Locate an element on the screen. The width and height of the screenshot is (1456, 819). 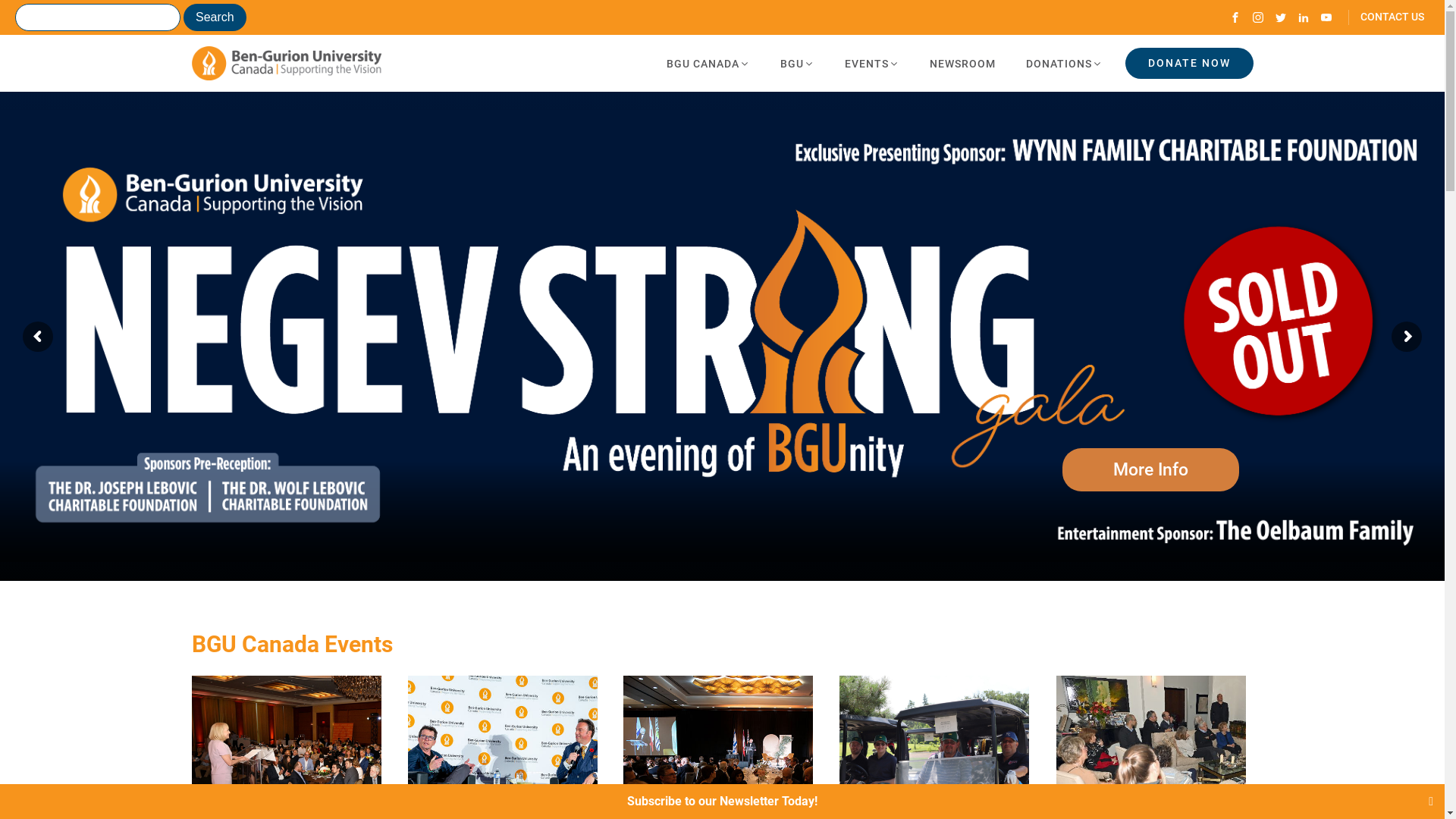
'DONATE NOW' is located at coordinates (1125, 62).